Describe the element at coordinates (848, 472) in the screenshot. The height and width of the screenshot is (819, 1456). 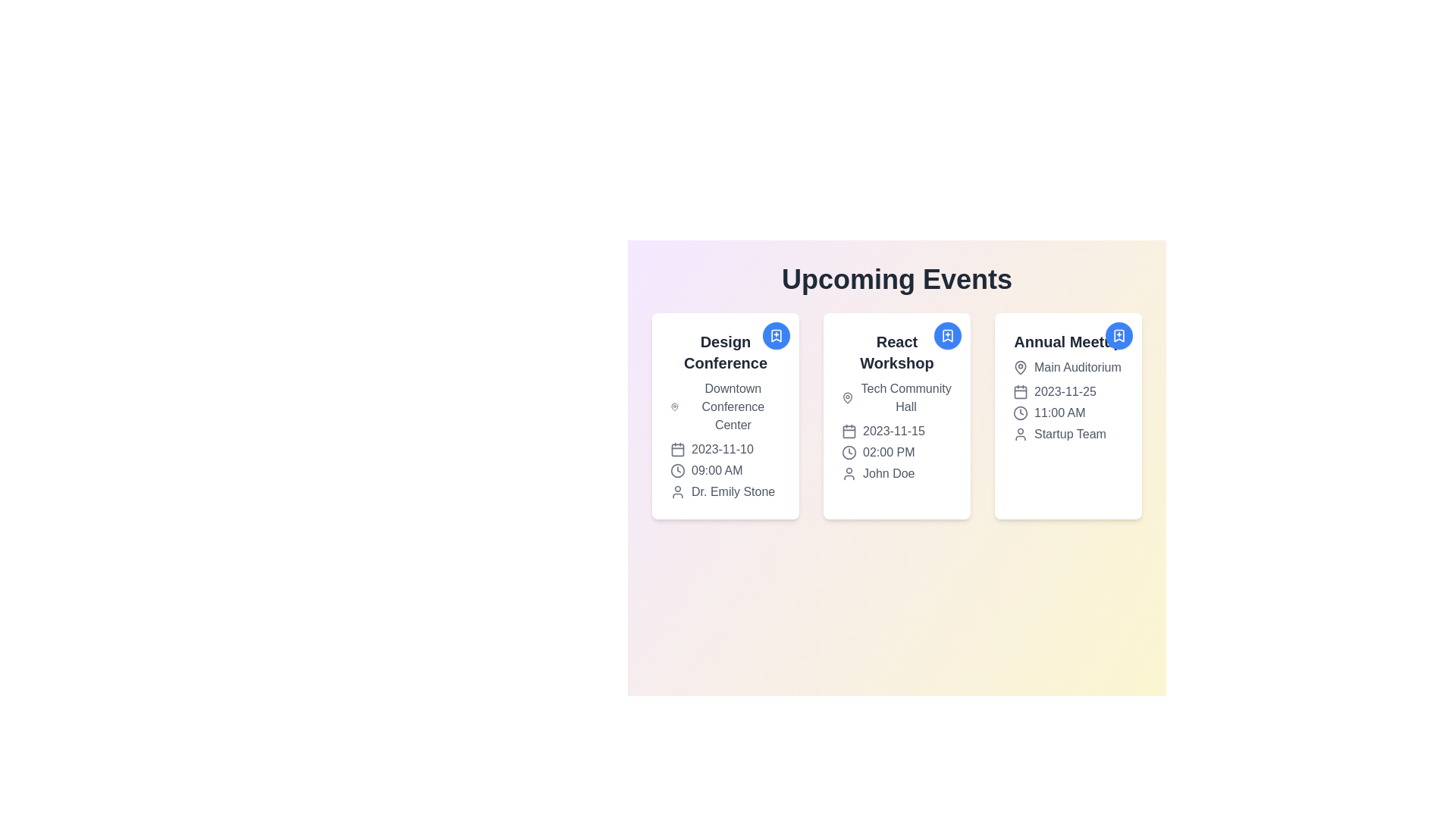
I see `the user silhouette icon, which is gray and appears to the left of the text 'John Doe' in the second card of the 'Upcoming Events' section` at that location.